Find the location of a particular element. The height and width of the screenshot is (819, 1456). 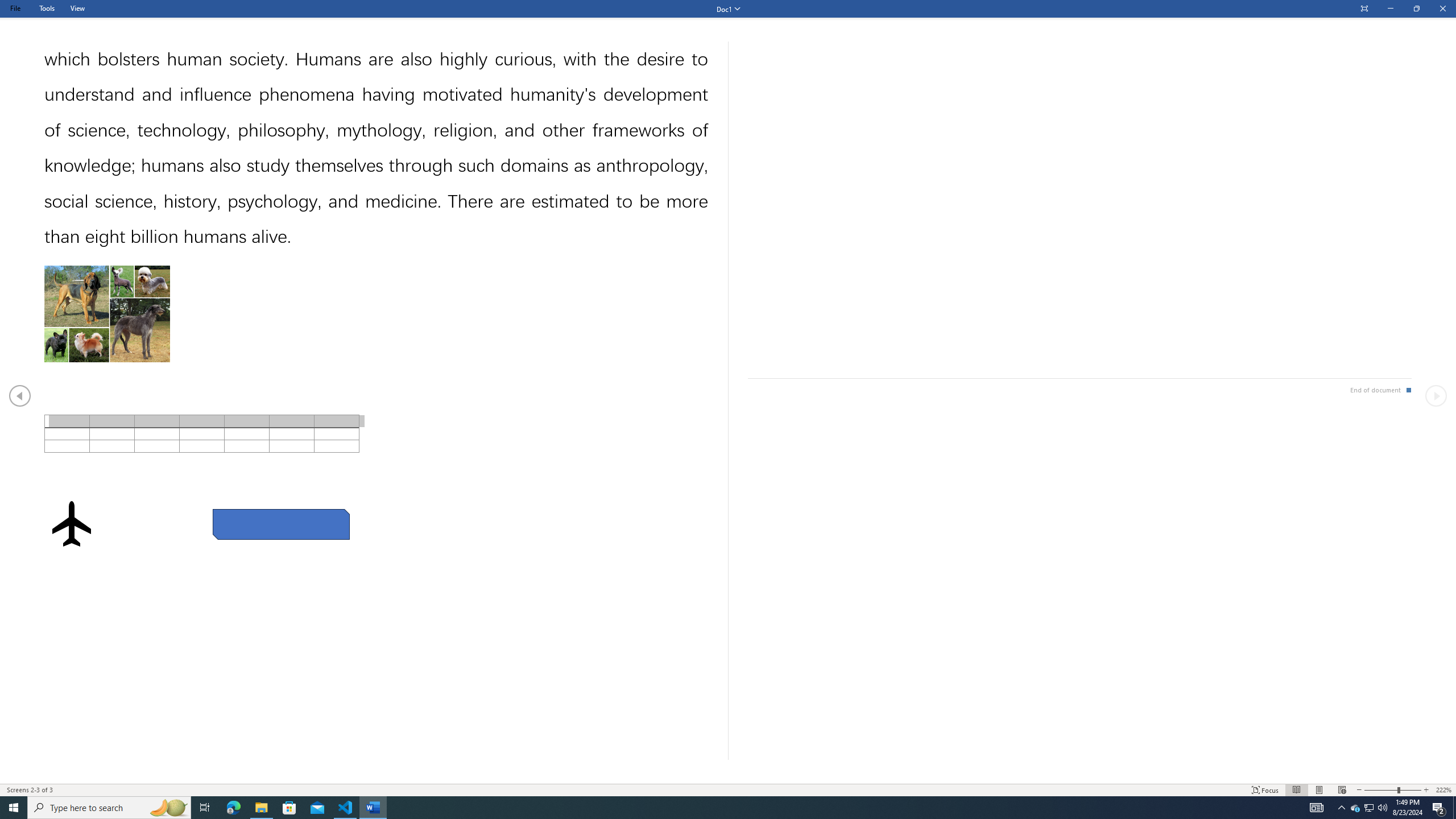

'Text Size' is located at coordinates (1392, 790).